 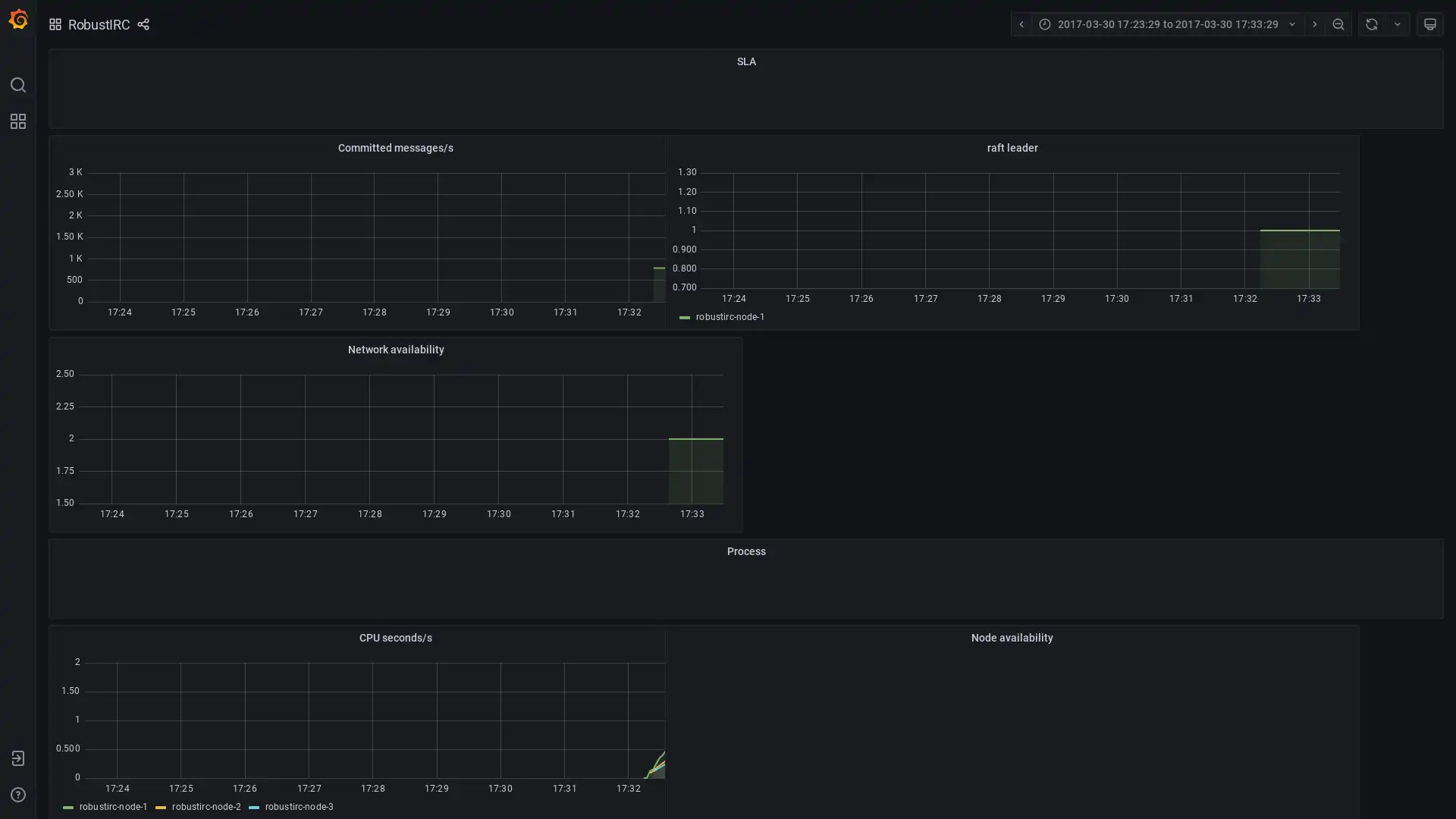 What do you see at coordinates (1313, 24) in the screenshot?
I see `Move time range forwards` at bounding box center [1313, 24].